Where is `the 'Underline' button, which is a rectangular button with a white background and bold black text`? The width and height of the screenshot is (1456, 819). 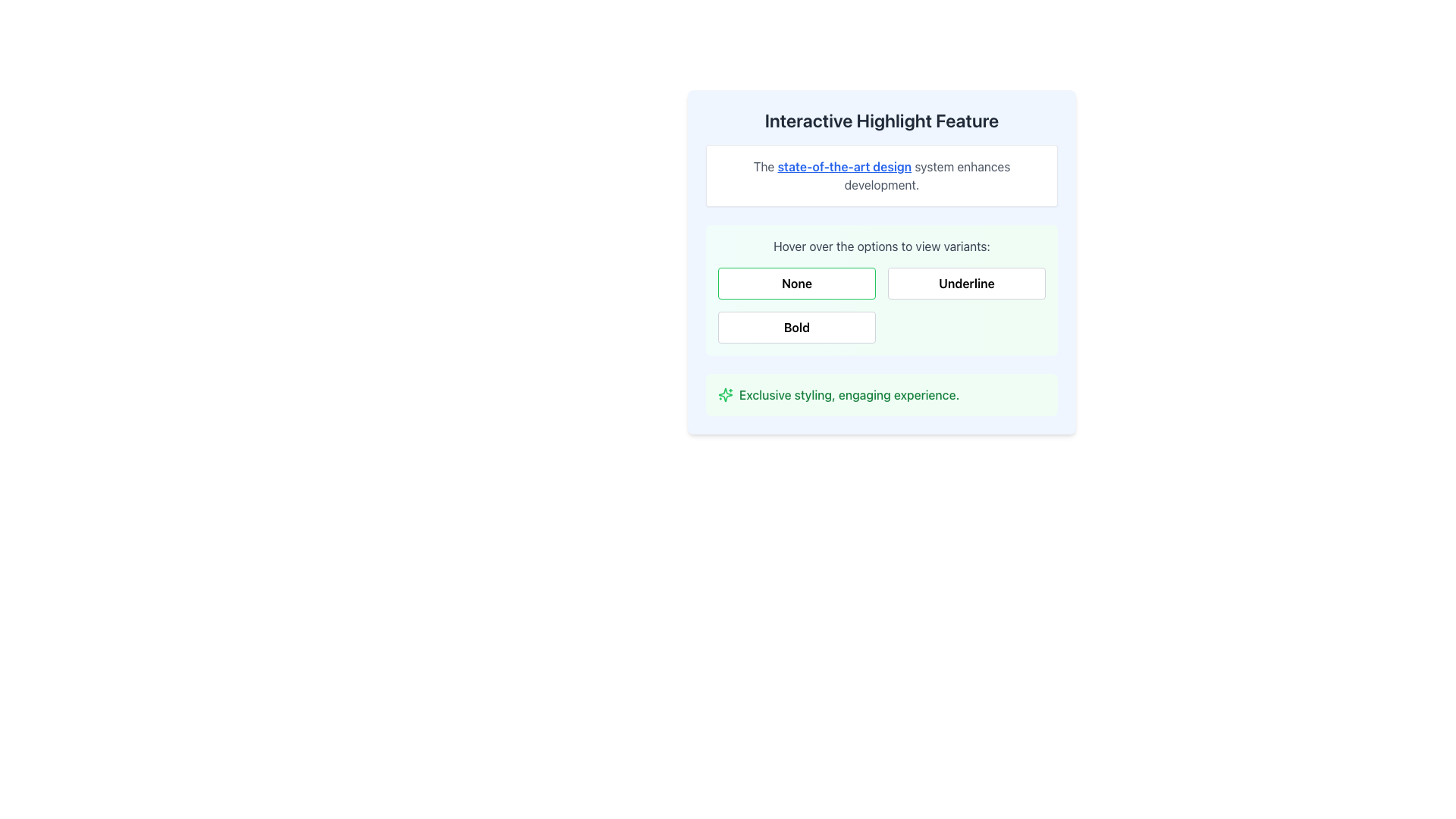 the 'Underline' button, which is a rectangular button with a white background and bold black text is located at coordinates (966, 284).